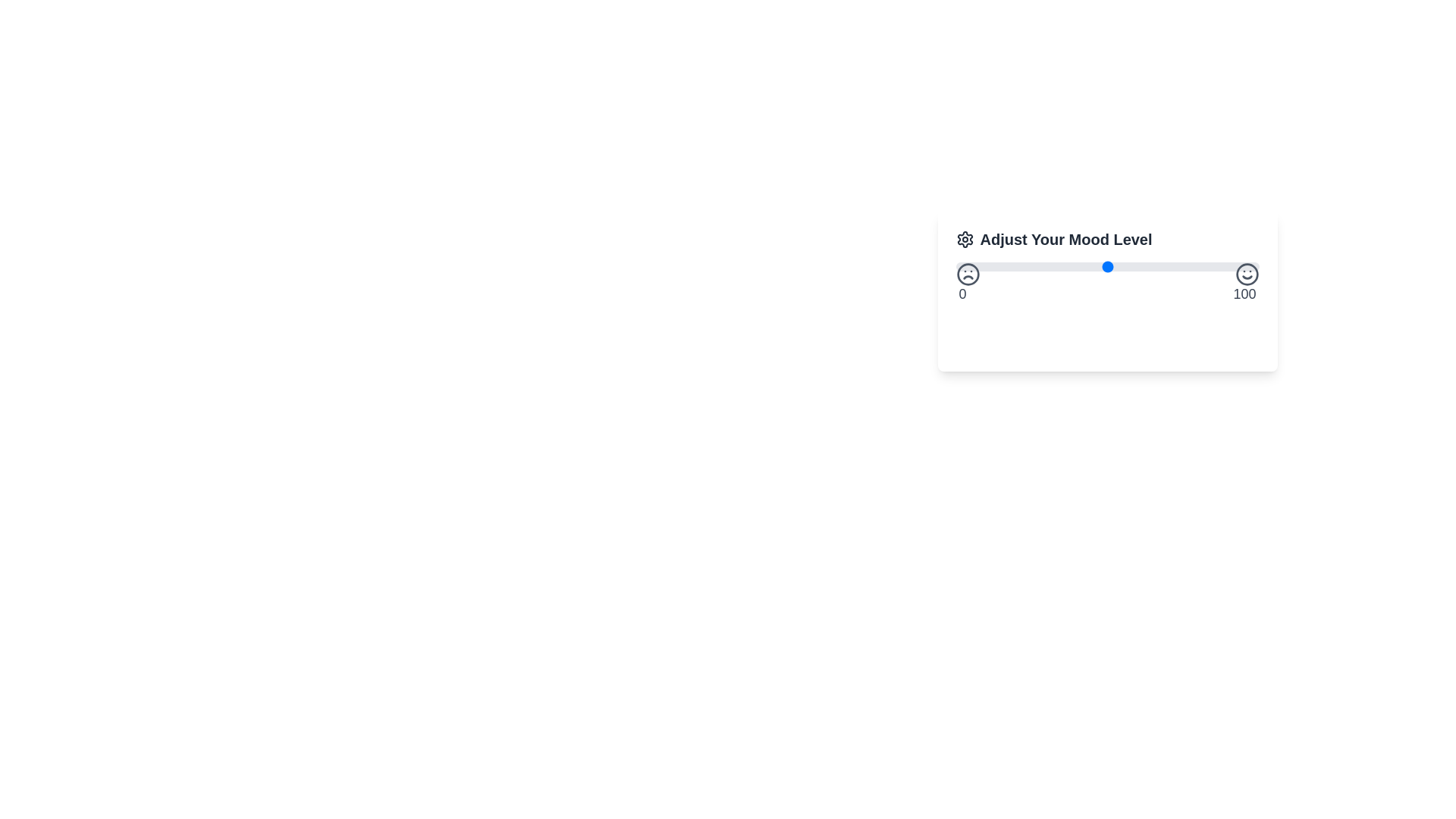 The height and width of the screenshot is (819, 1456). What do you see at coordinates (964, 239) in the screenshot?
I see `the cogwheel icon in the settings section of the card-like interface` at bounding box center [964, 239].